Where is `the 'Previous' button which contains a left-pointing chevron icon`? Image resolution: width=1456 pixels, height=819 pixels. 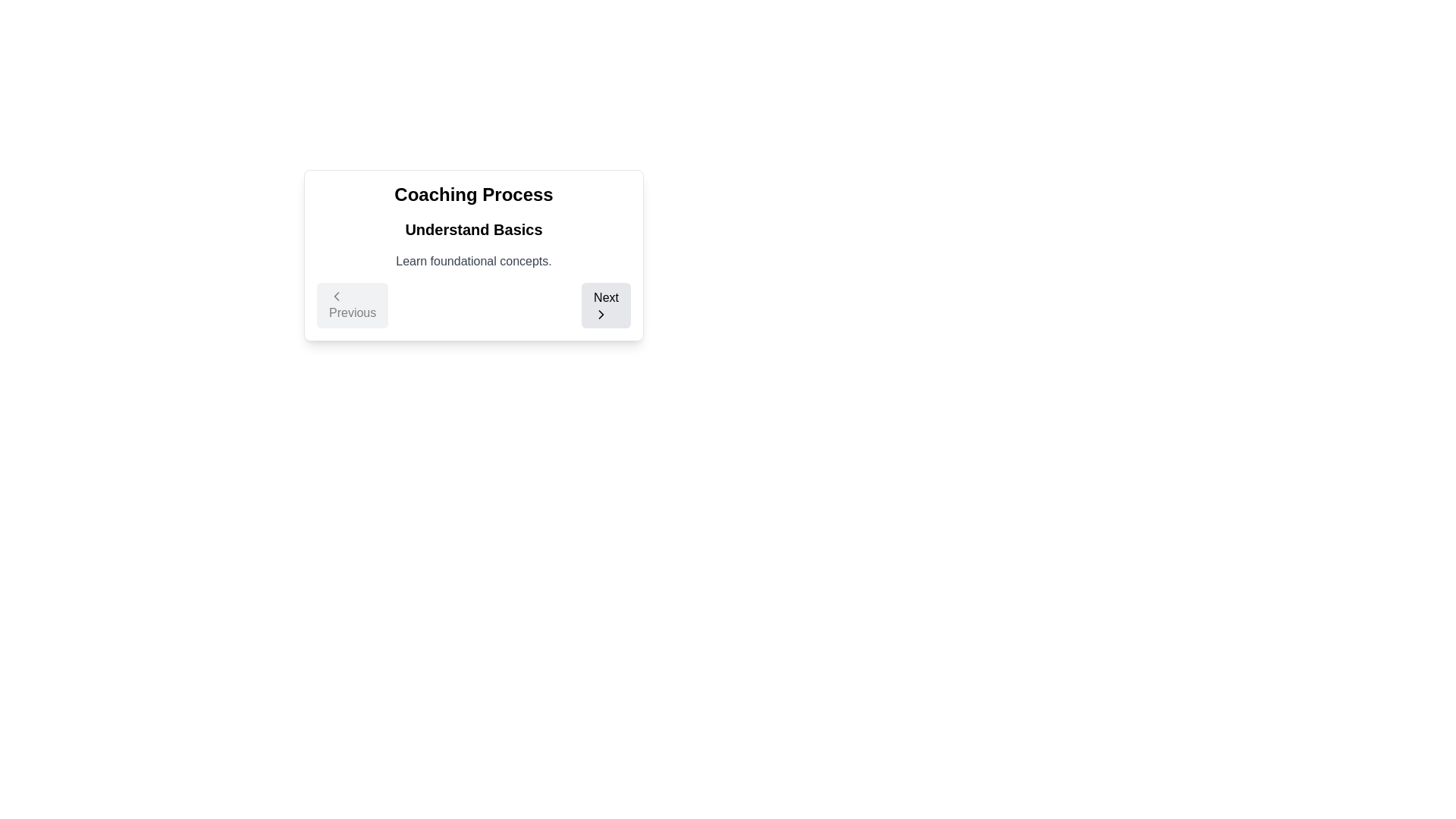 the 'Previous' button which contains a left-pointing chevron icon is located at coordinates (336, 296).